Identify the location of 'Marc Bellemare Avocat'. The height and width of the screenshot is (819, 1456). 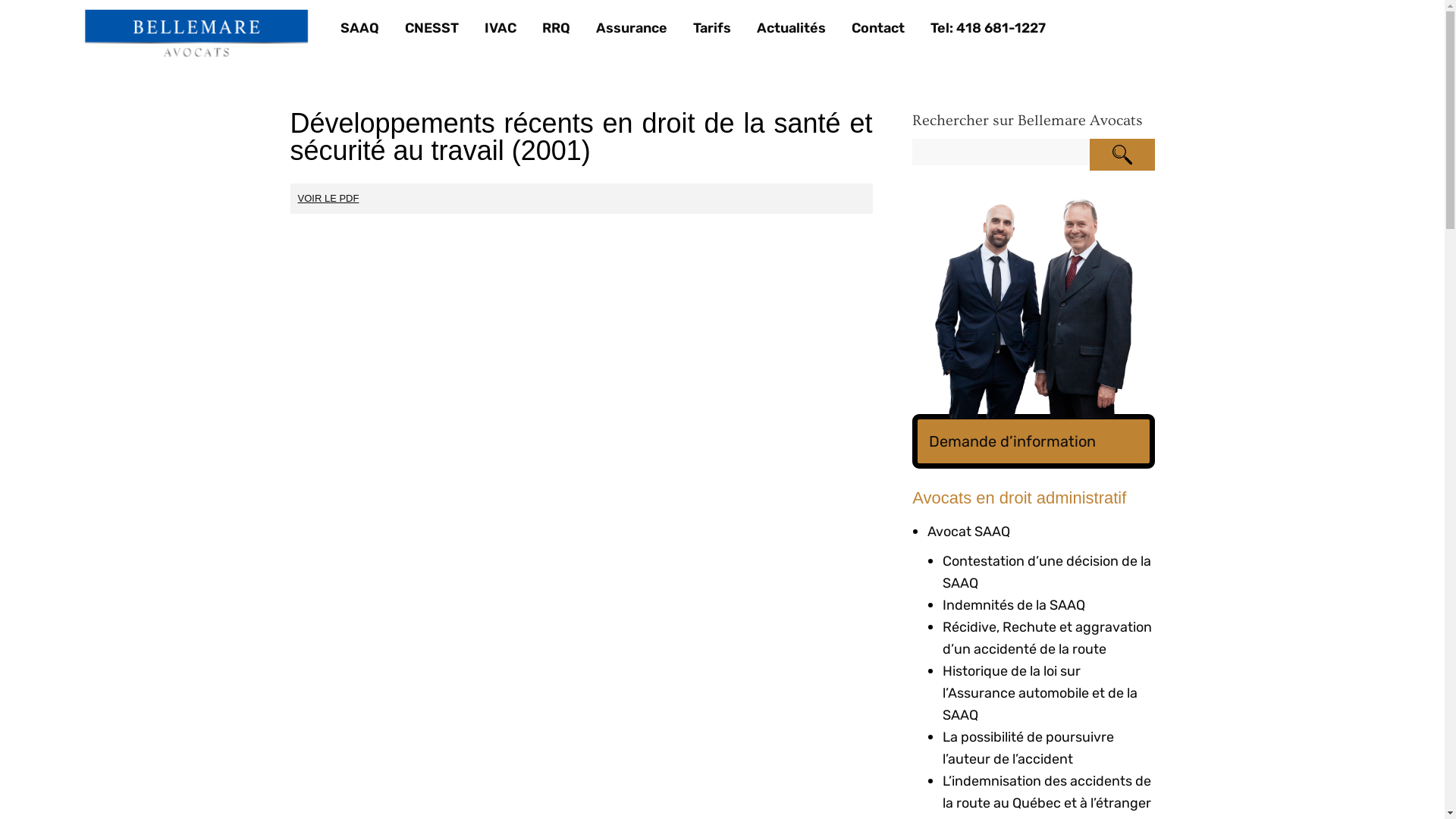
(196, 34).